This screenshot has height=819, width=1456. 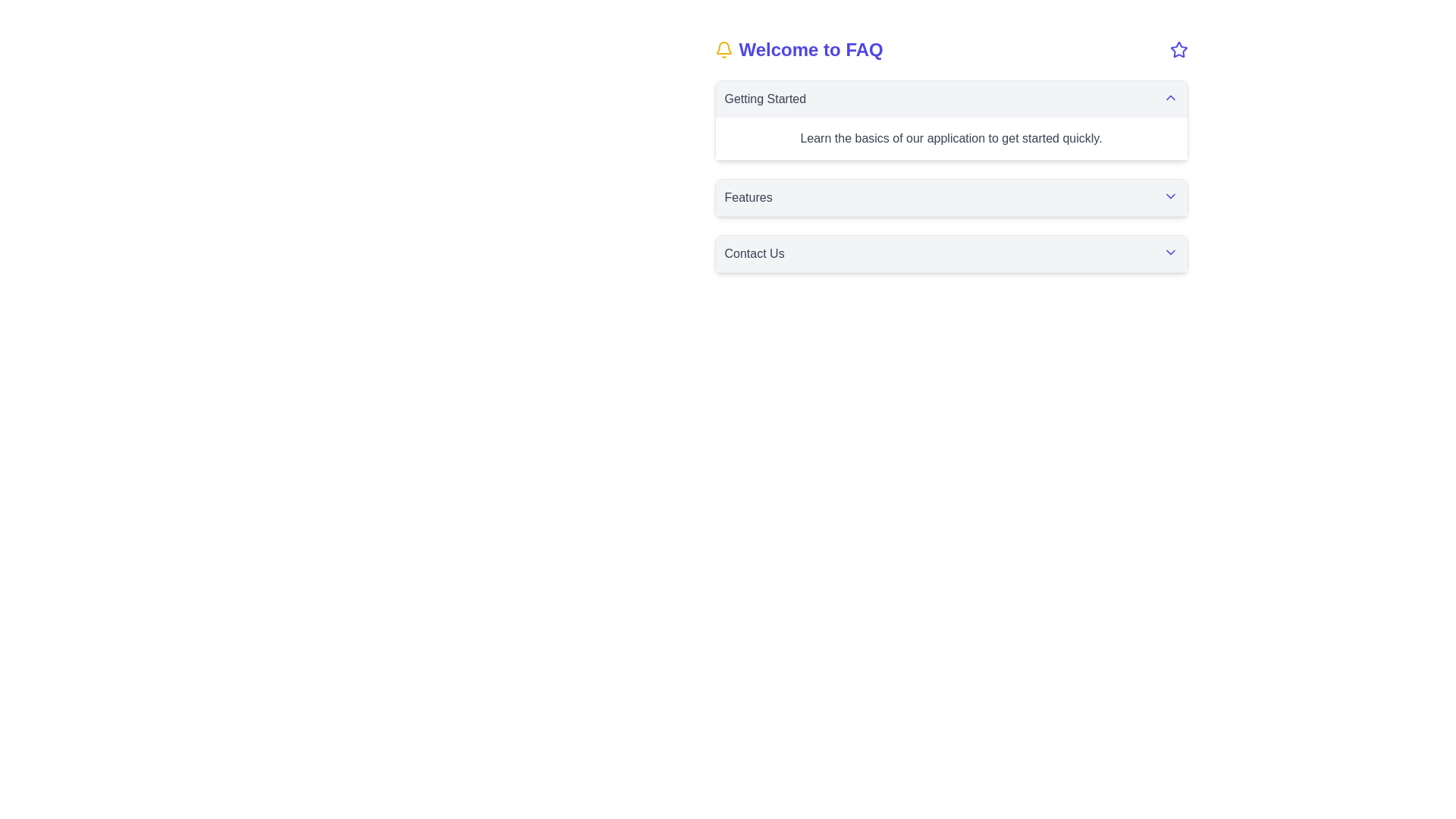 What do you see at coordinates (798, 49) in the screenshot?
I see `the non-interactive text heading located in the top-left section of the interface, which serves as a section heading for the FAQ` at bounding box center [798, 49].